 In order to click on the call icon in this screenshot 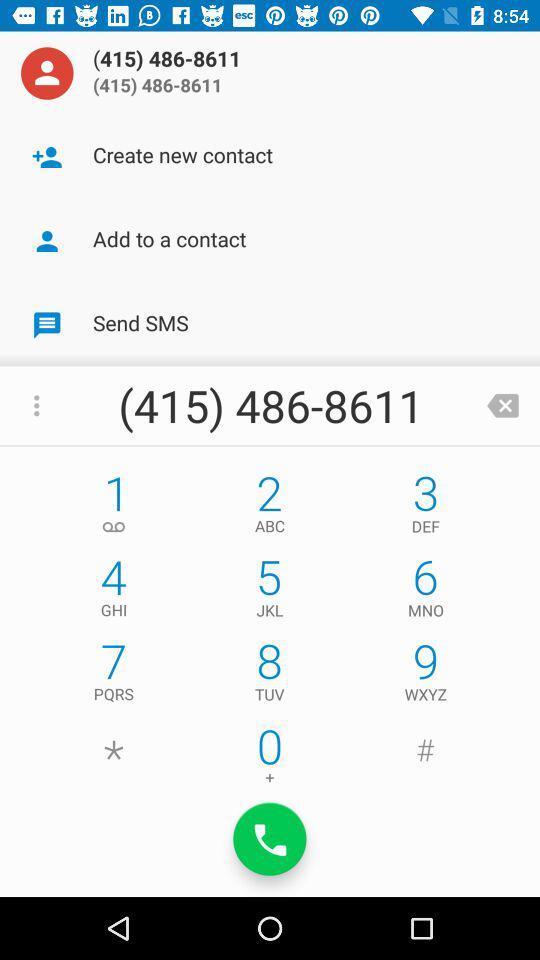, I will do `click(270, 839)`.